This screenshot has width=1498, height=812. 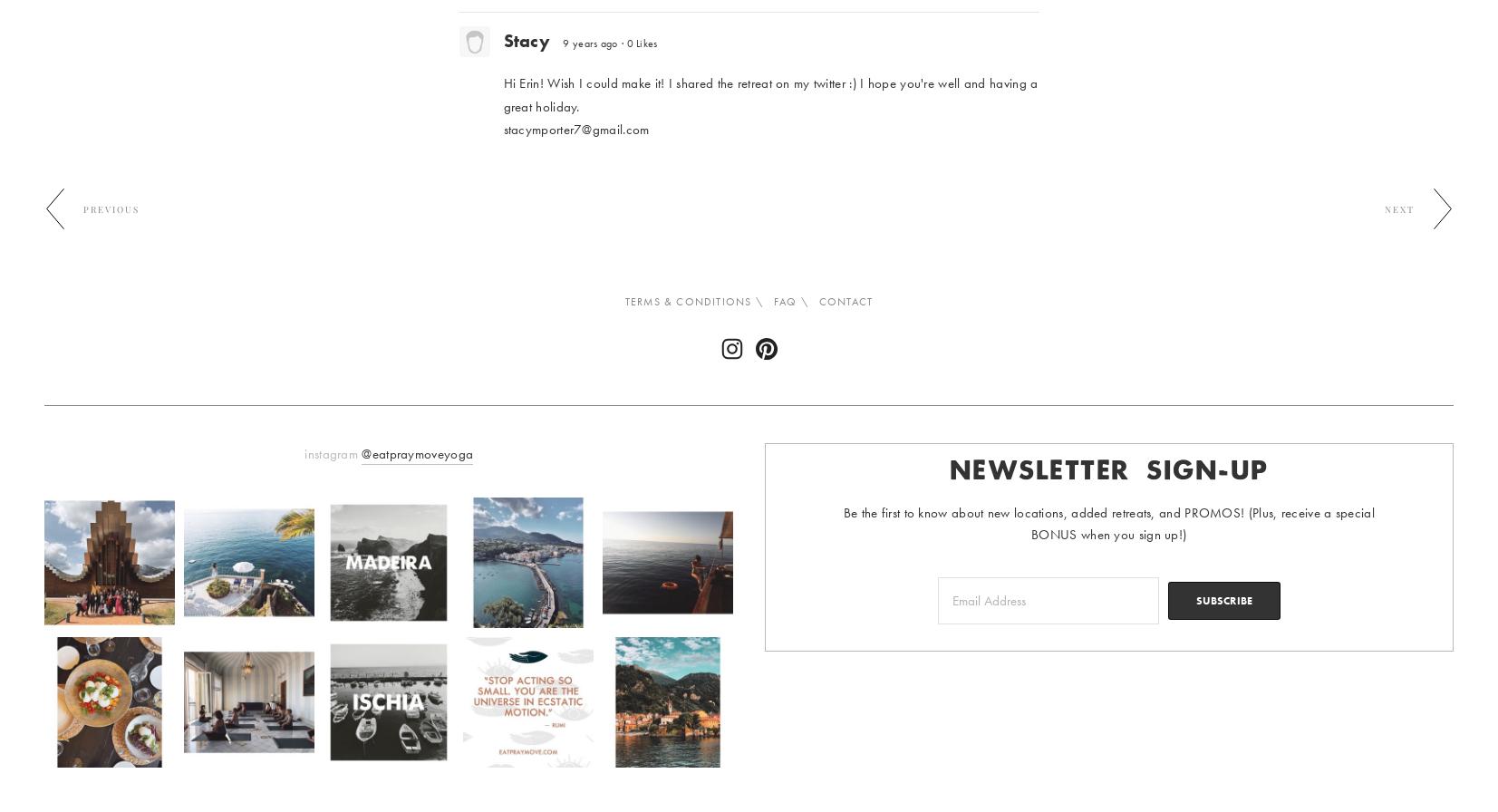 What do you see at coordinates (1108, 524) in the screenshot?
I see `'Be the first to know about new locations, added retreats, and PROMOS! (Plus, receive a special BONUS when you sign up!)'` at bounding box center [1108, 524].